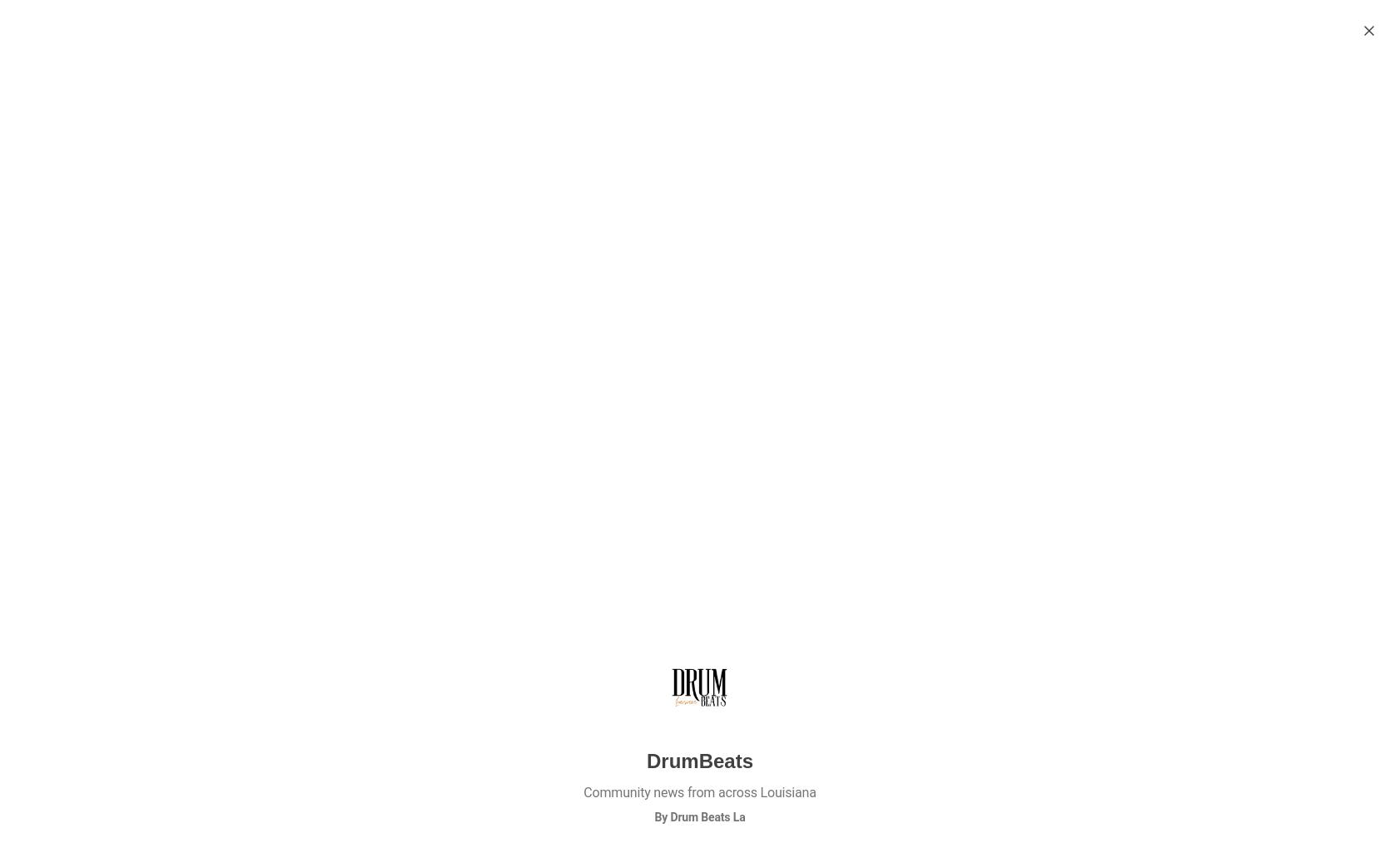 This screenshot has width=1400, height=843. I want to click on 'Most Popular', so click(1027, 127).